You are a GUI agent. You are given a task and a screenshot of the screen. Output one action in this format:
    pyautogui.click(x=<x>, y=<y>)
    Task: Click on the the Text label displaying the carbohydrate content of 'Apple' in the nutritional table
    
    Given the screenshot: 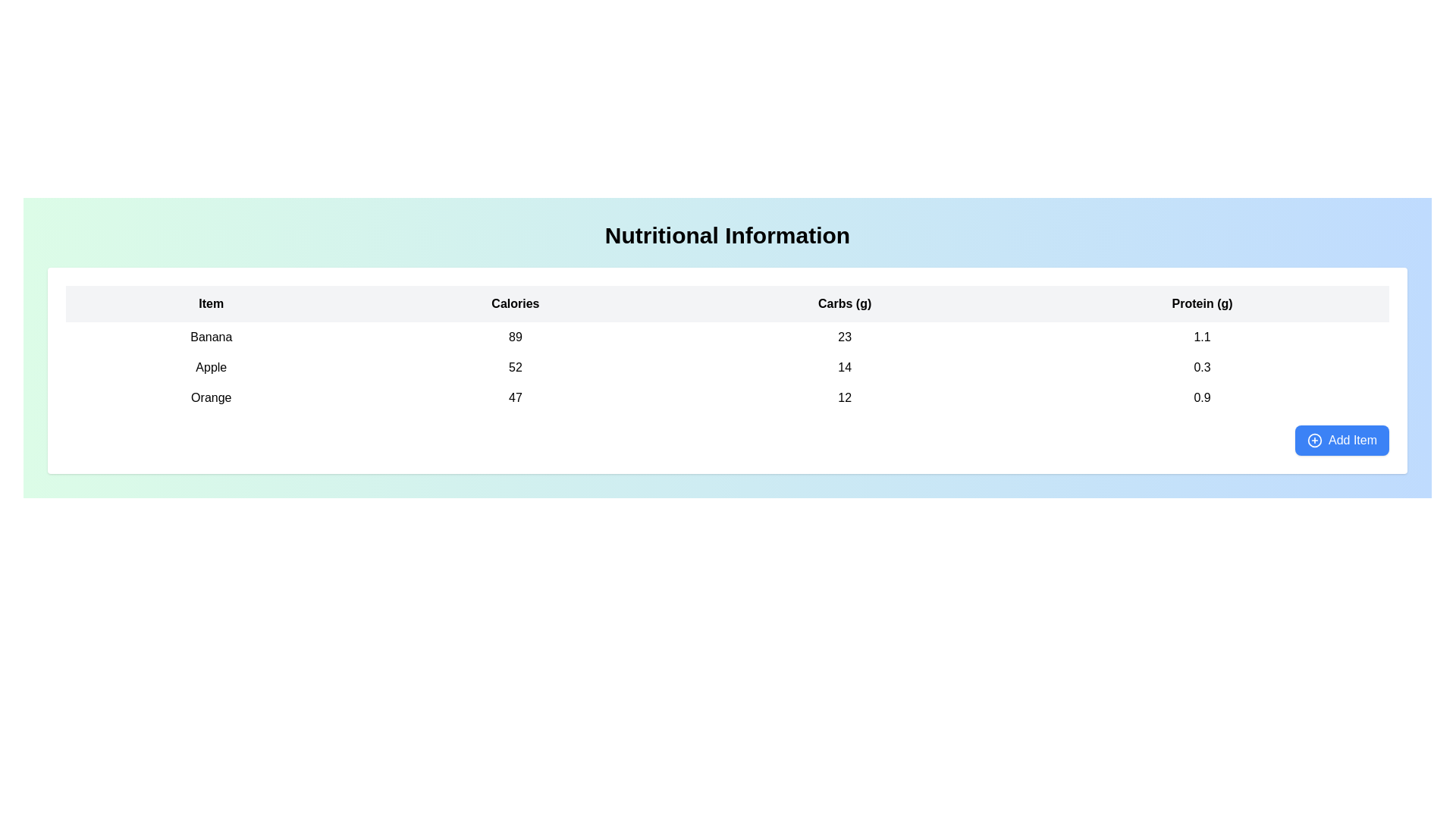 What is the action you would take?
    pyautogui.click(x=844, y=368)
    